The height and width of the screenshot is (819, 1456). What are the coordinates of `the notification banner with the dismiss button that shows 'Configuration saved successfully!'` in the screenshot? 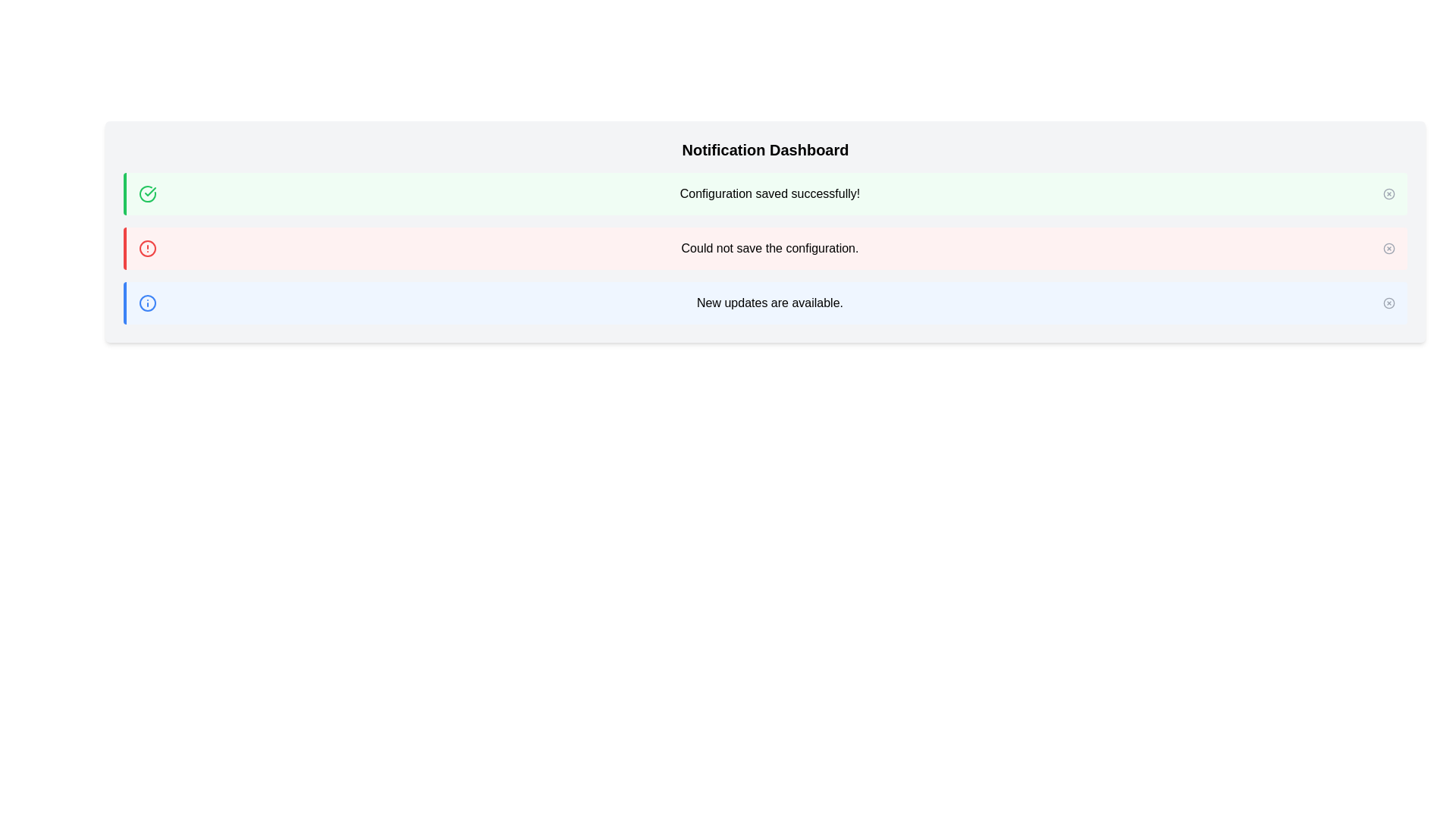 It's located at (765, 193).